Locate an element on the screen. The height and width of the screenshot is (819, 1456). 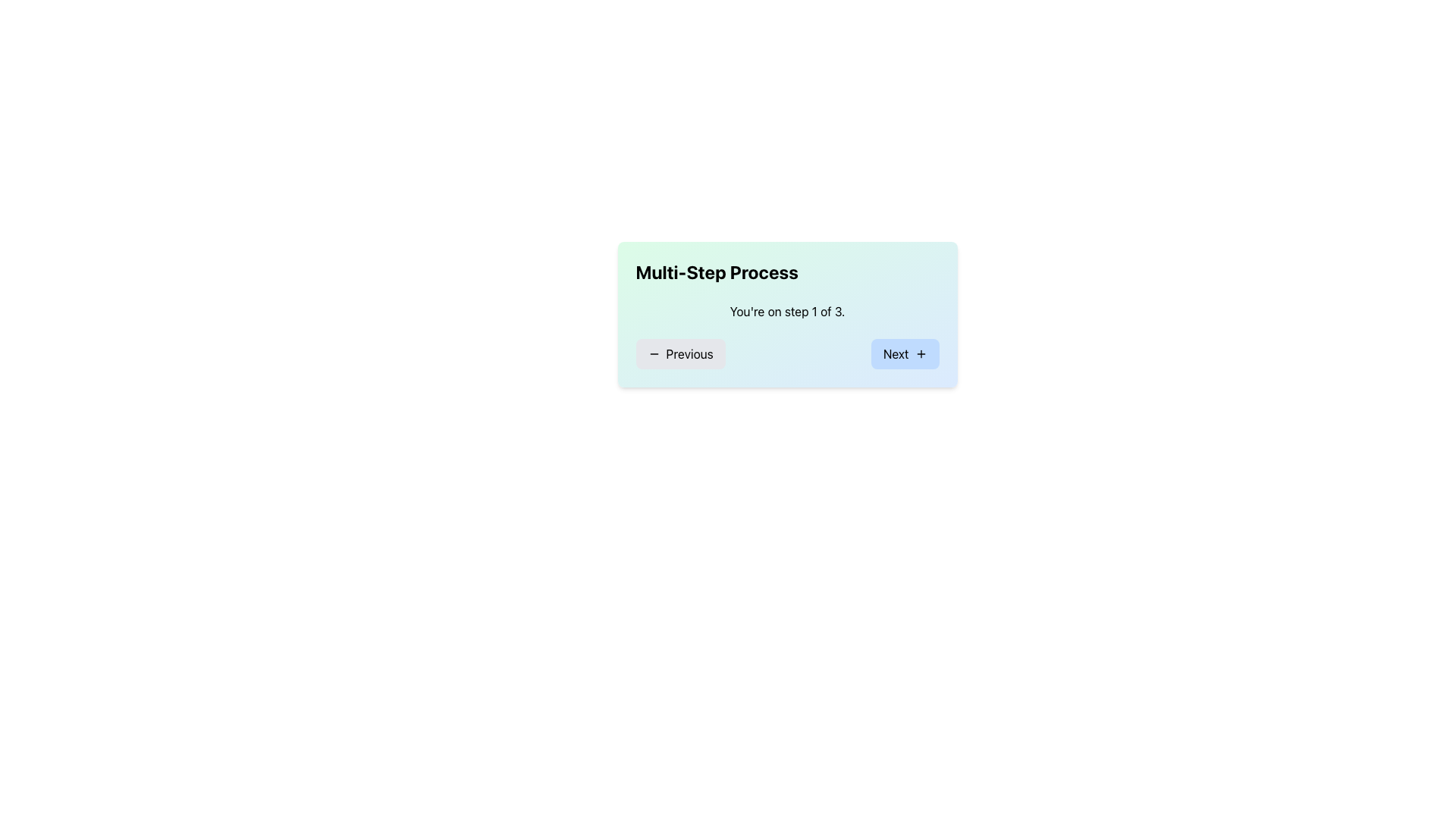
the button labeled 'Next' with a light blue background and bold black text, located towards the right end of the layout is located at coordinates (905, 353).